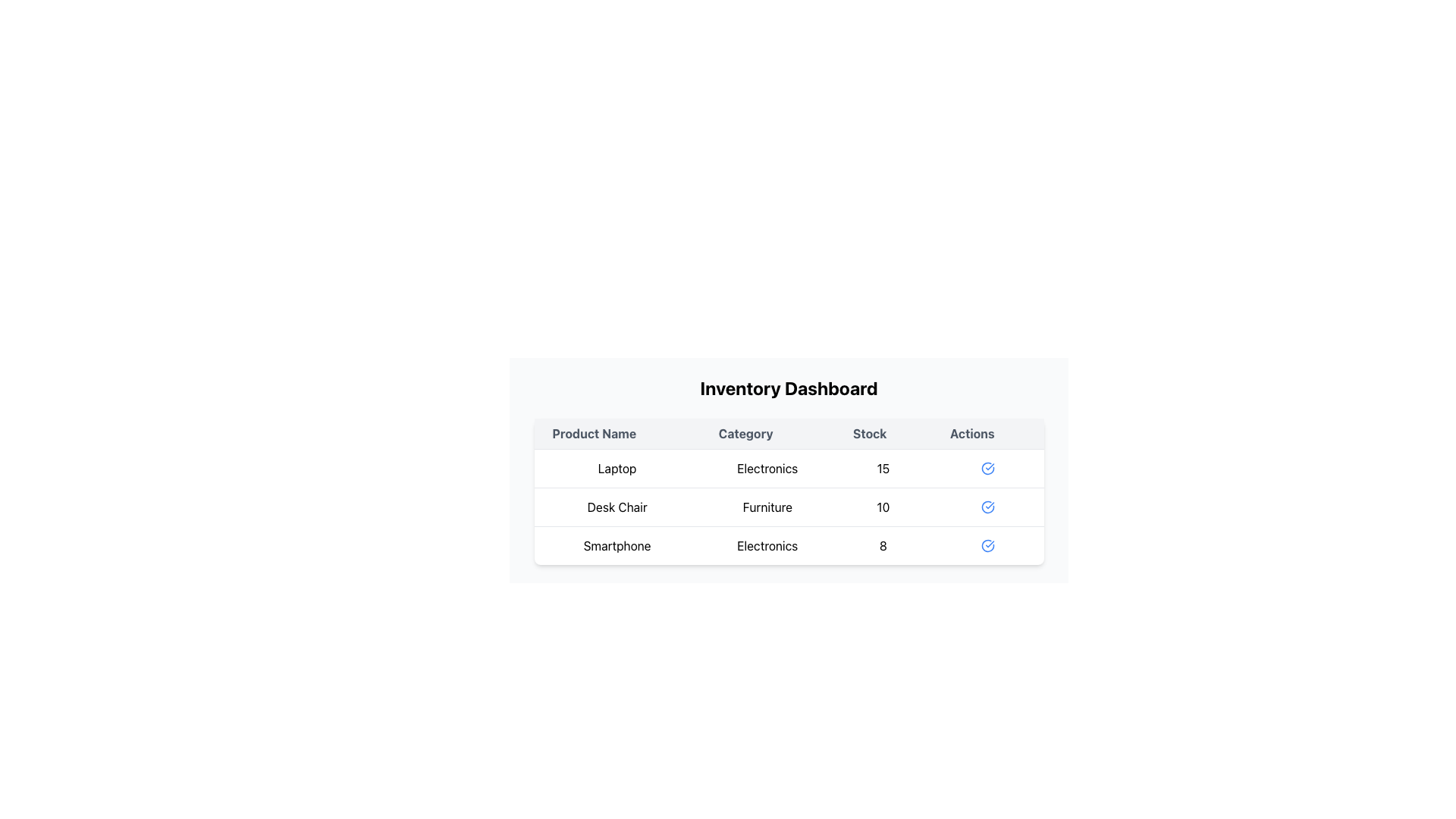 This screenshot has height=819, width=1456. Describe the element at coordinates (883, 544) in the screenshot. I see `the text element displaying the stock quantity of 'Smartphone' in the inventory dashboard, which is located in the last column under the 'Stock' header of the table` at that location.